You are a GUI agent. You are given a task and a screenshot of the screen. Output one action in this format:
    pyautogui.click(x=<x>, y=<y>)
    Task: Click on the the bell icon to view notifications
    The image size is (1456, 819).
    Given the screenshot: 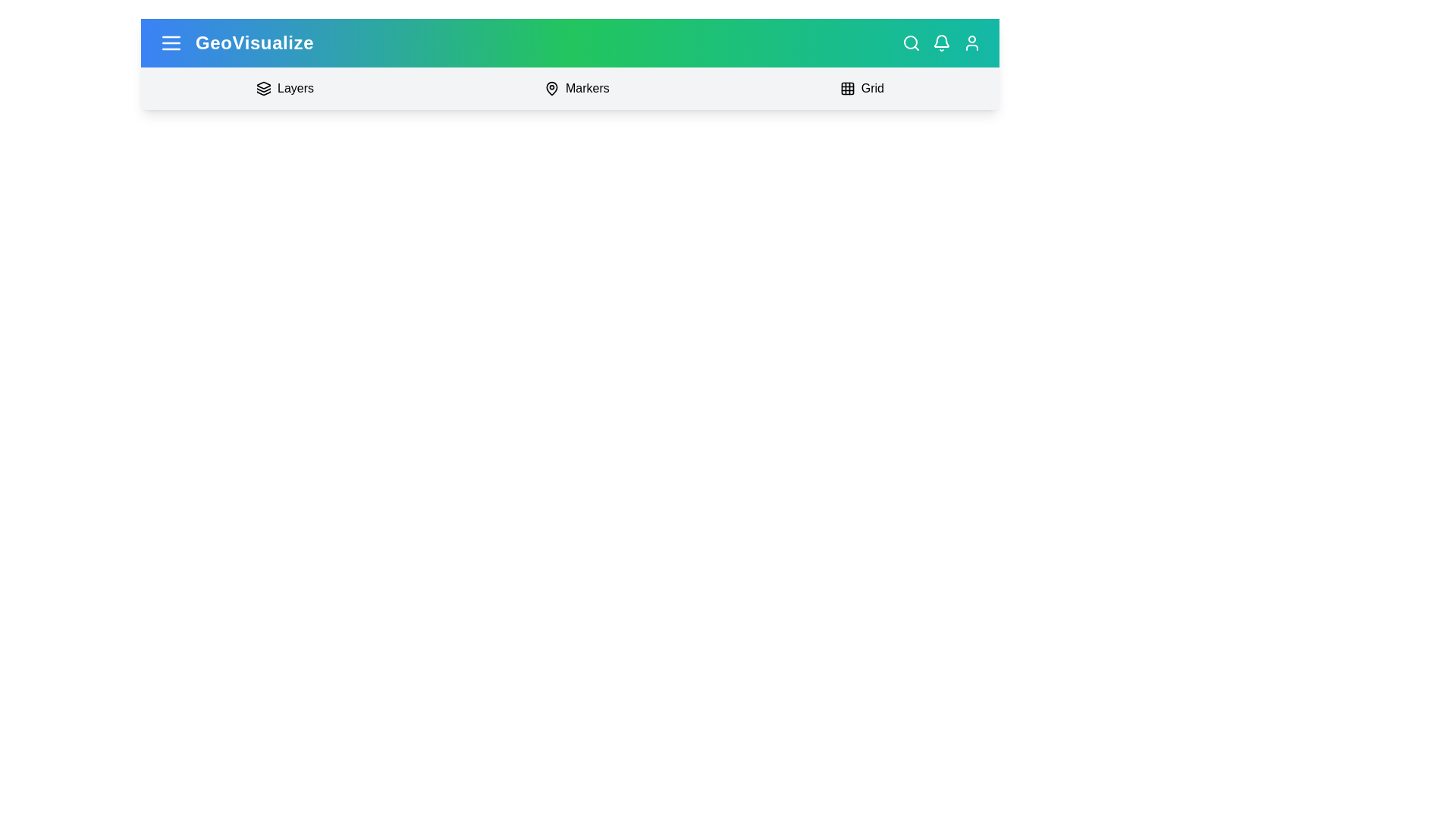 What is the action you would take?
    pyautogui.click(x=941, y=42)
    